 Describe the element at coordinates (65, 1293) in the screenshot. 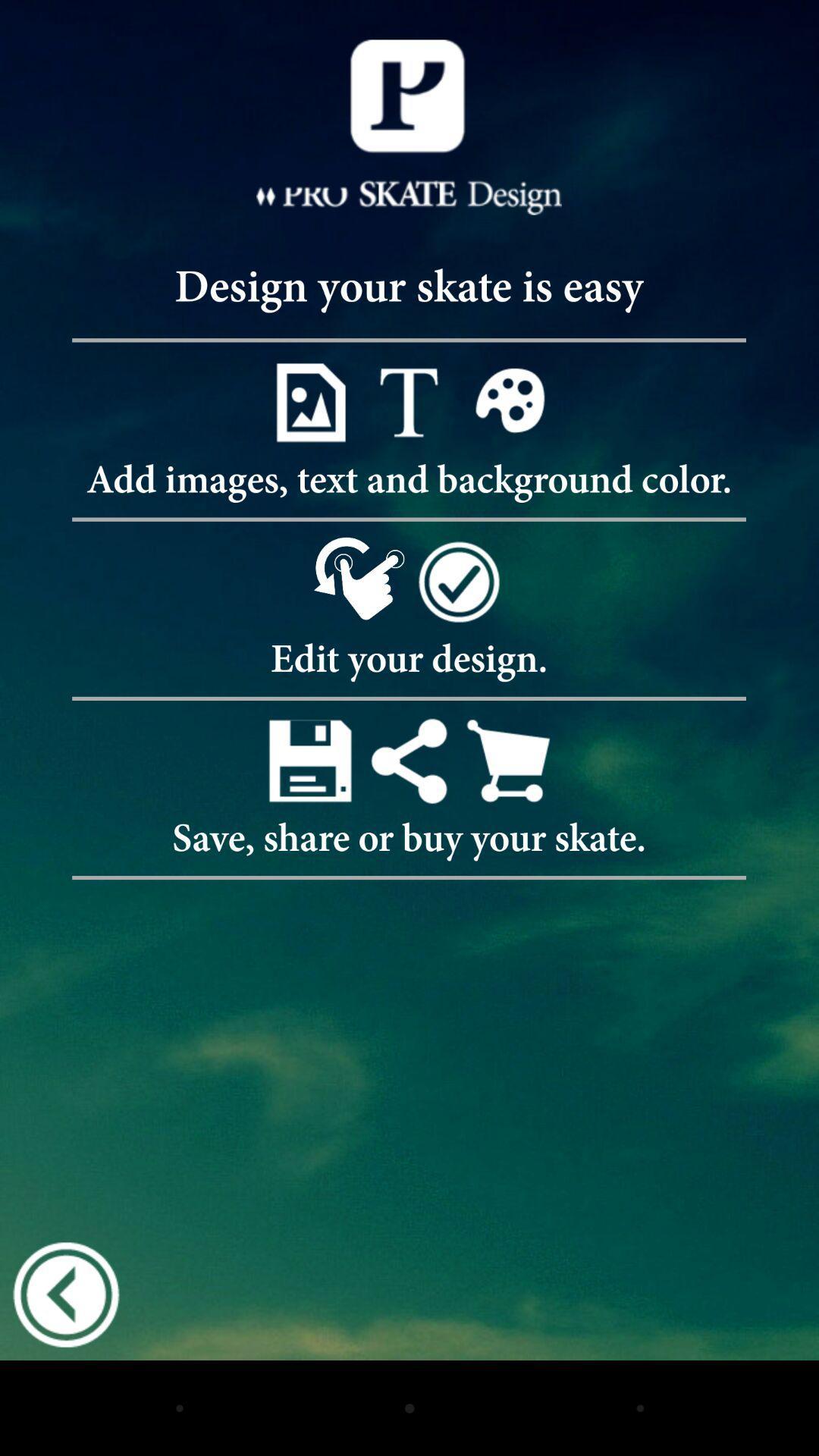

I see `this button takes me back a page in the app` at that location.